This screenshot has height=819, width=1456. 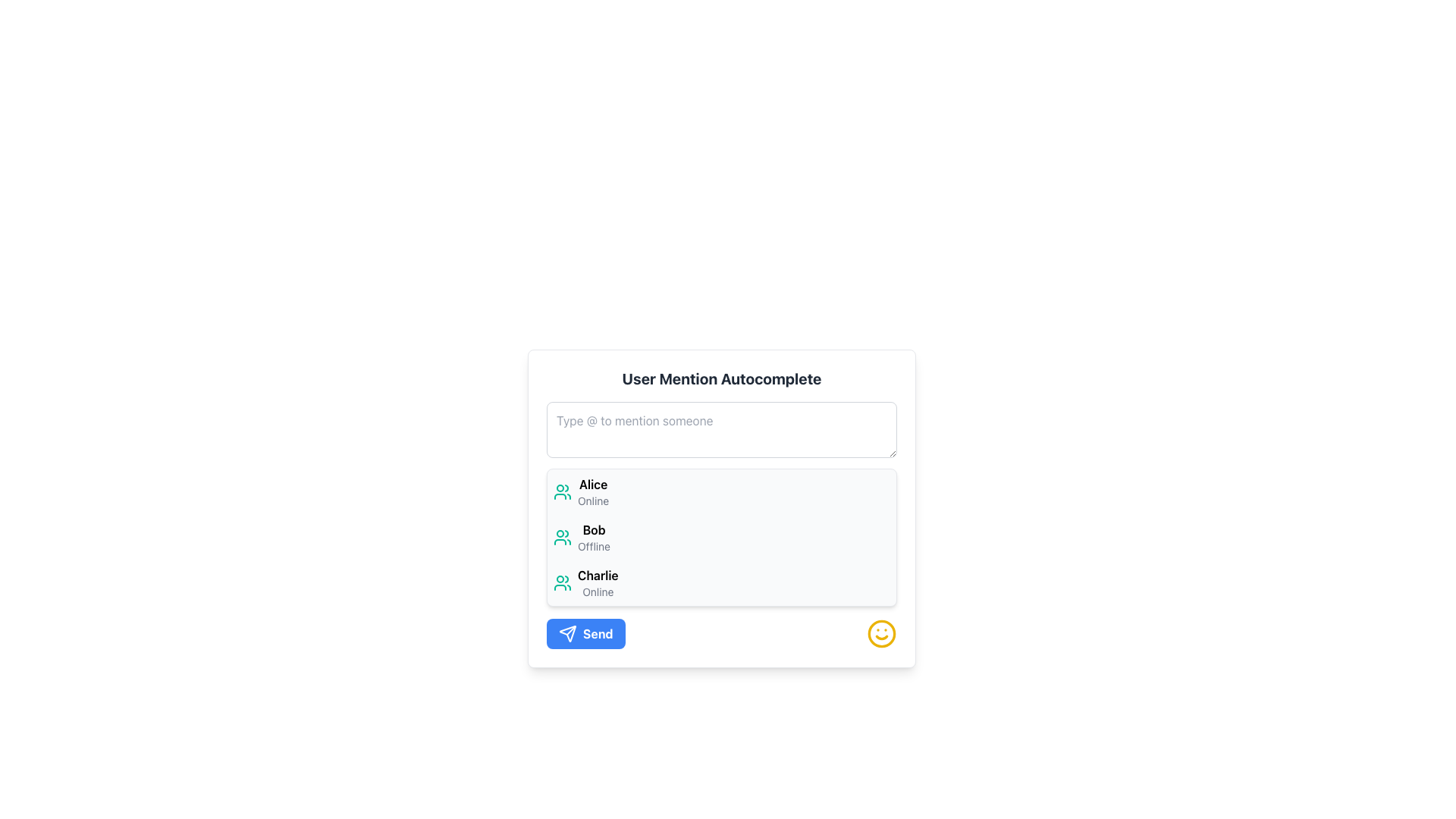 What do you see at coordinates (720, 378) in the screenshot?
I see `the Text (Header) element that serves as a title for the autocomplete system for user mentions` at bounding box center [720, 378].